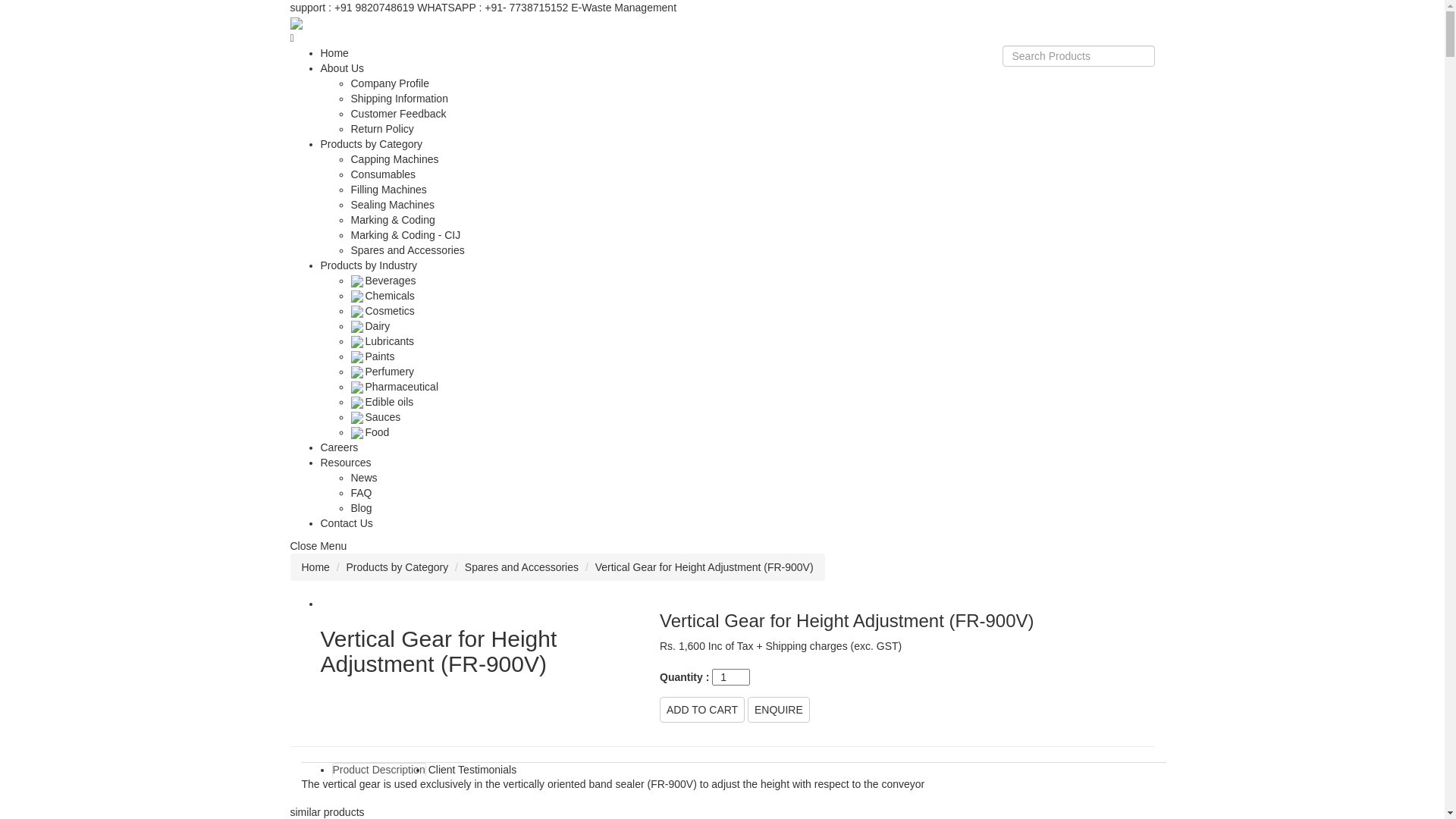 This screenshot has width=1456, height=819. I want to click on 'E-Waste Management', so click(623, 8).